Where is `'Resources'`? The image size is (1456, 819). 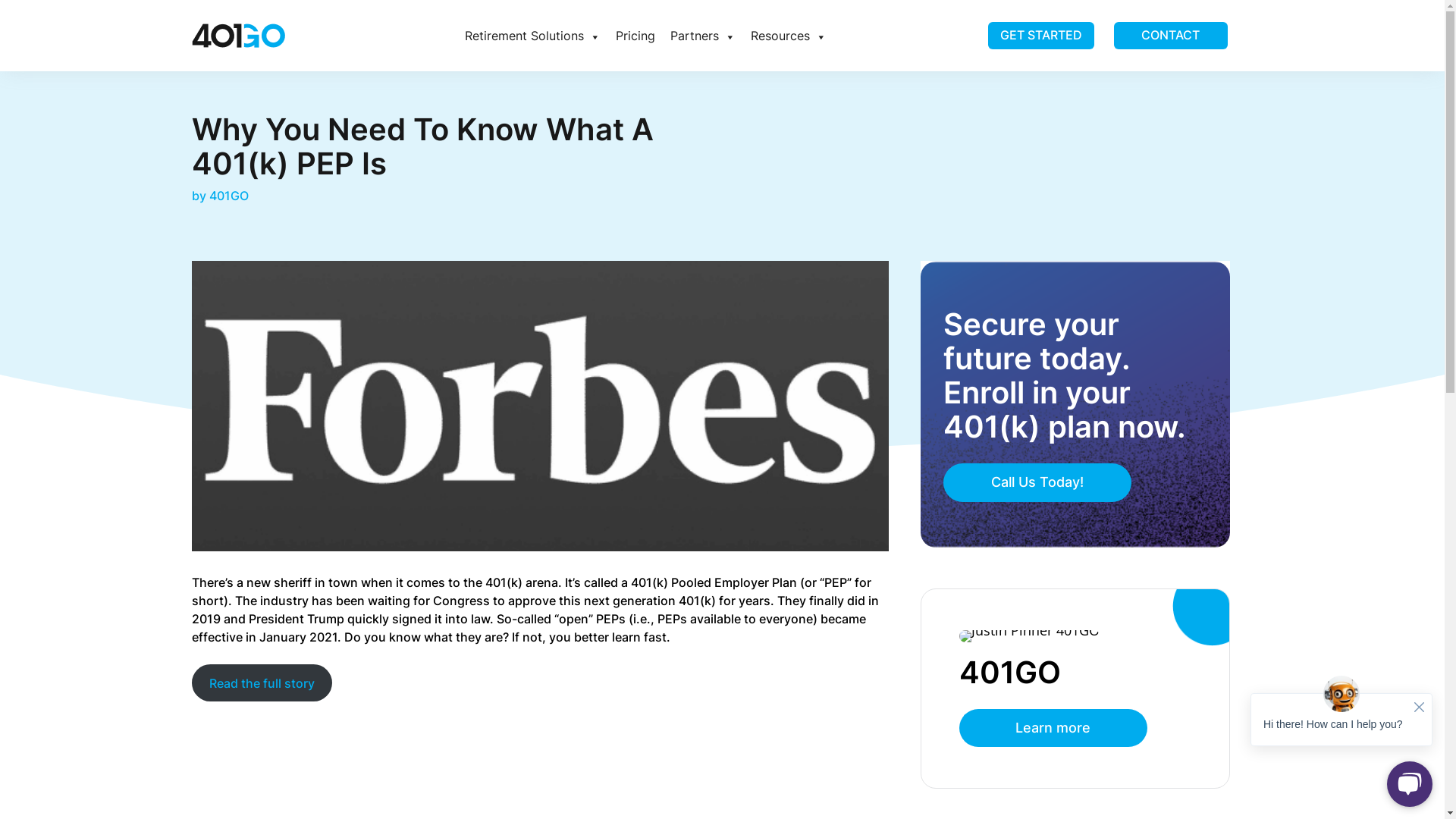 'Resources' is located at coordinates (742, 34).